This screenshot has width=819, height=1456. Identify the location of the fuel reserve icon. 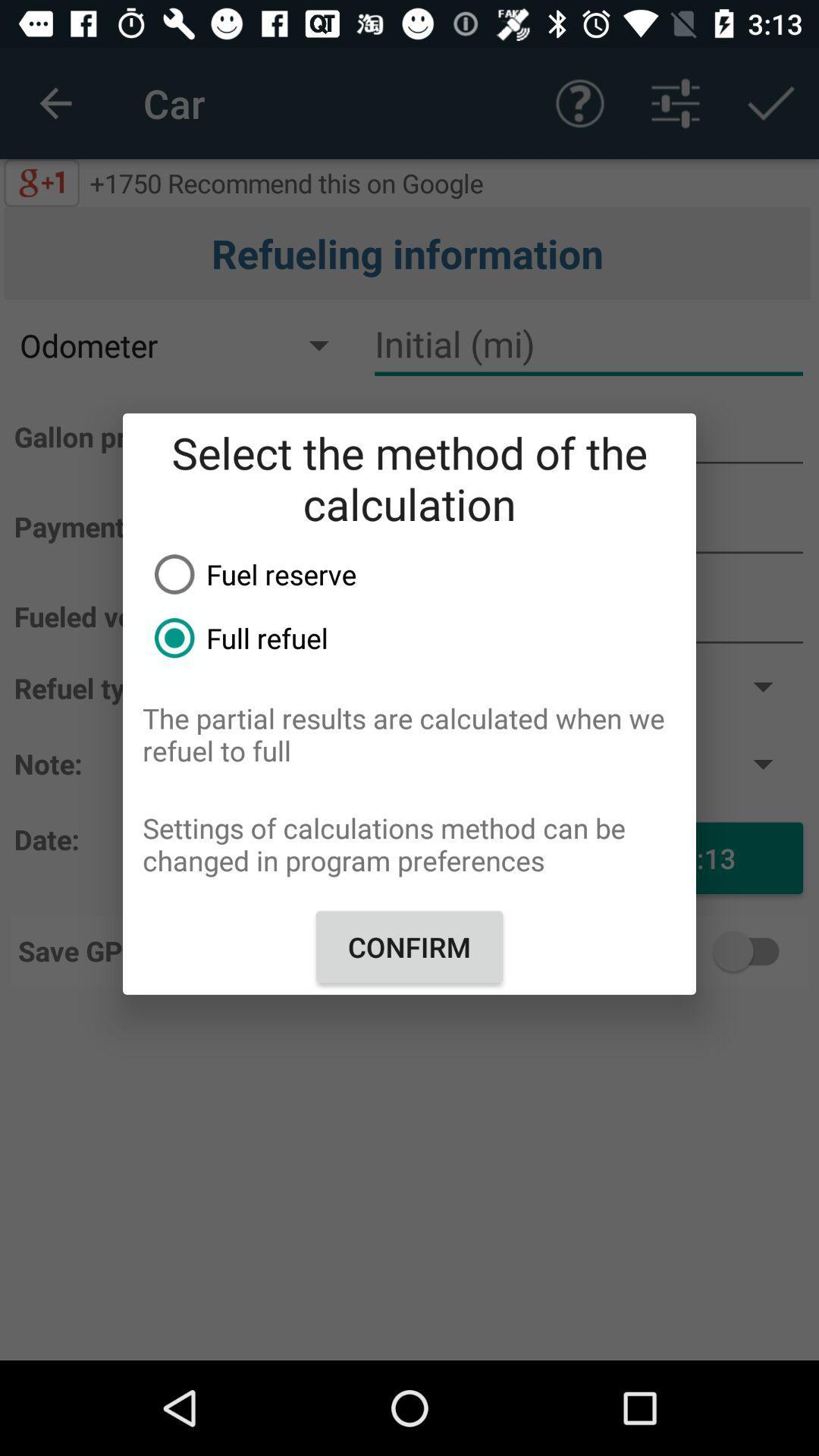
(419, 573).